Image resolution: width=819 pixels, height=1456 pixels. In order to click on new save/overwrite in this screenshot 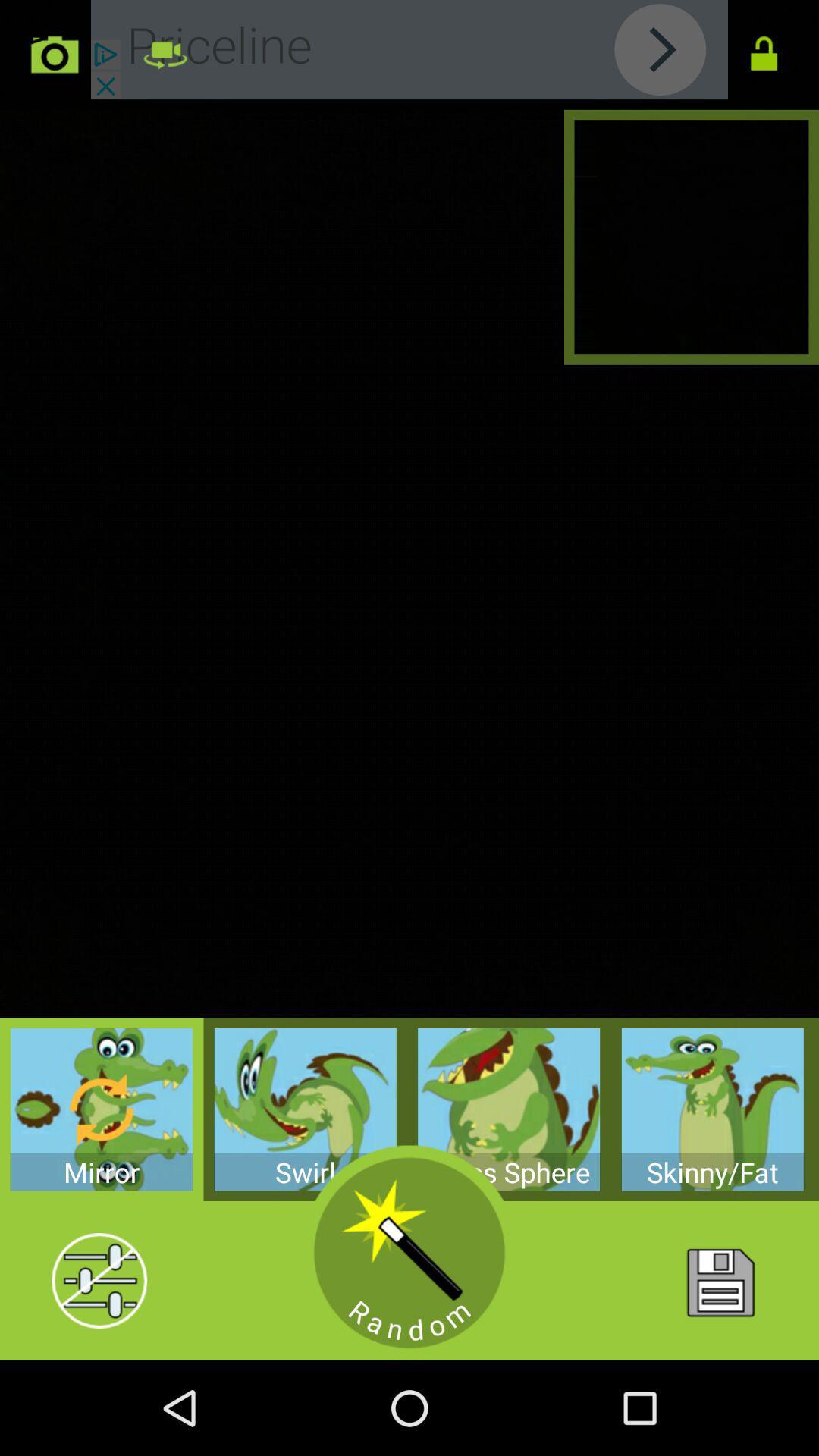, I will do `click(718, 1280)`.